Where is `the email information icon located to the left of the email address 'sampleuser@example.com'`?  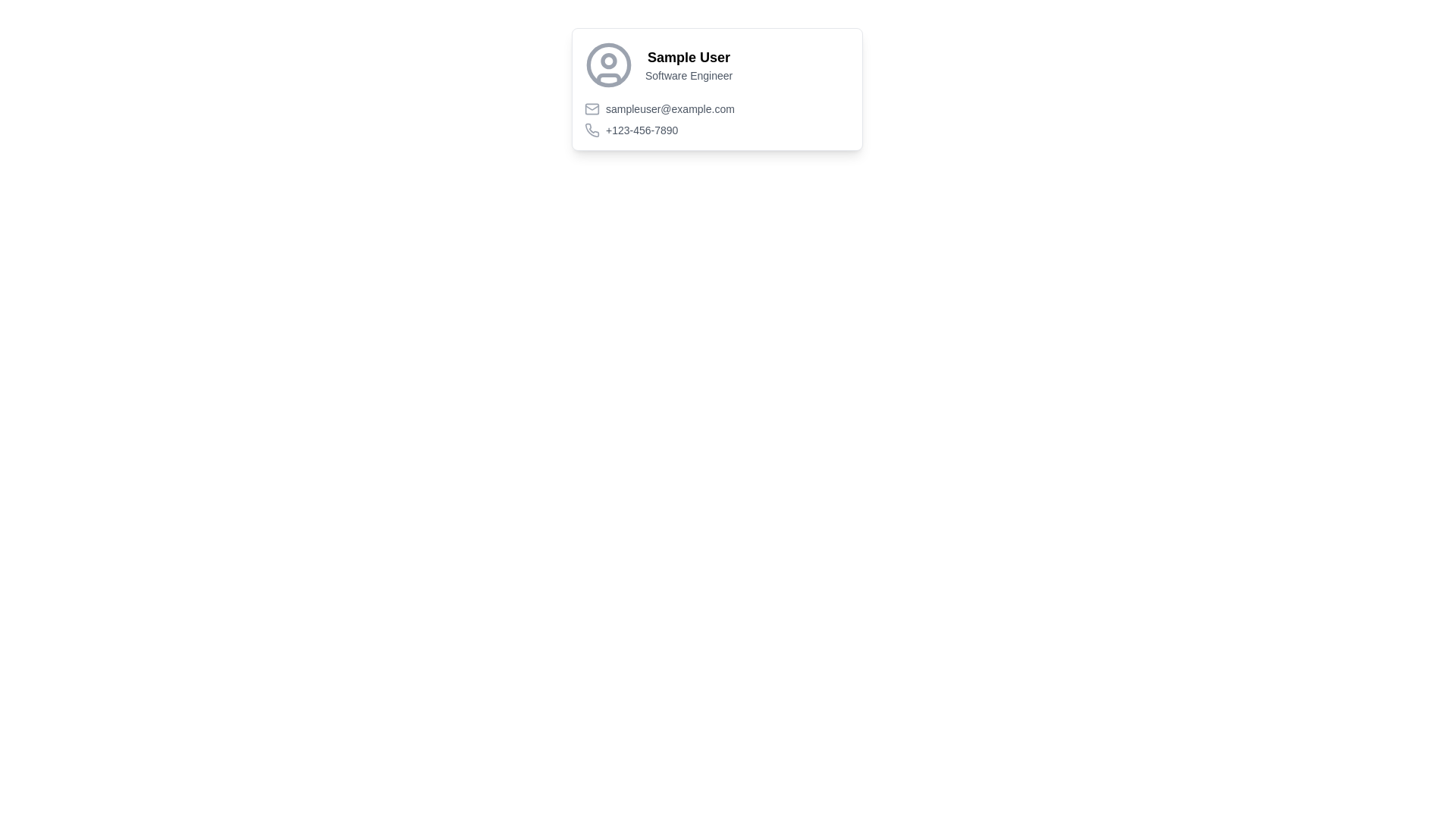
the email information icon located to the left of the email address 'sampleuser@example.com' is located at coordinates (591, 108).